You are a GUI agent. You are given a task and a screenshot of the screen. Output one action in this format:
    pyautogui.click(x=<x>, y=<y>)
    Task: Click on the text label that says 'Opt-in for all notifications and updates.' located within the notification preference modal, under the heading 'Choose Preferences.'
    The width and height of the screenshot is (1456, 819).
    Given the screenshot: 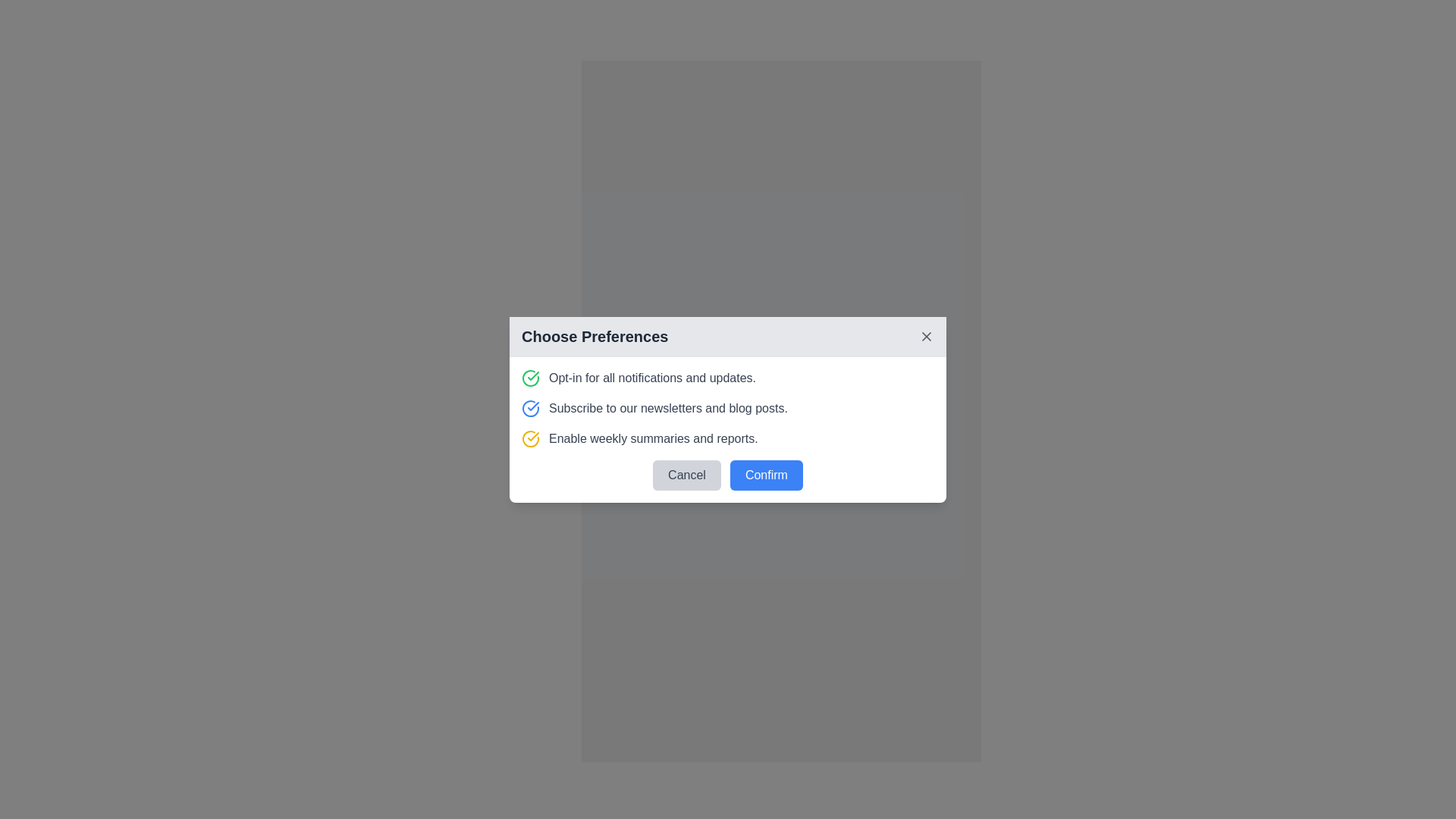 What is the action you would take?
    pyautogui.click(x=652, y=377)
    